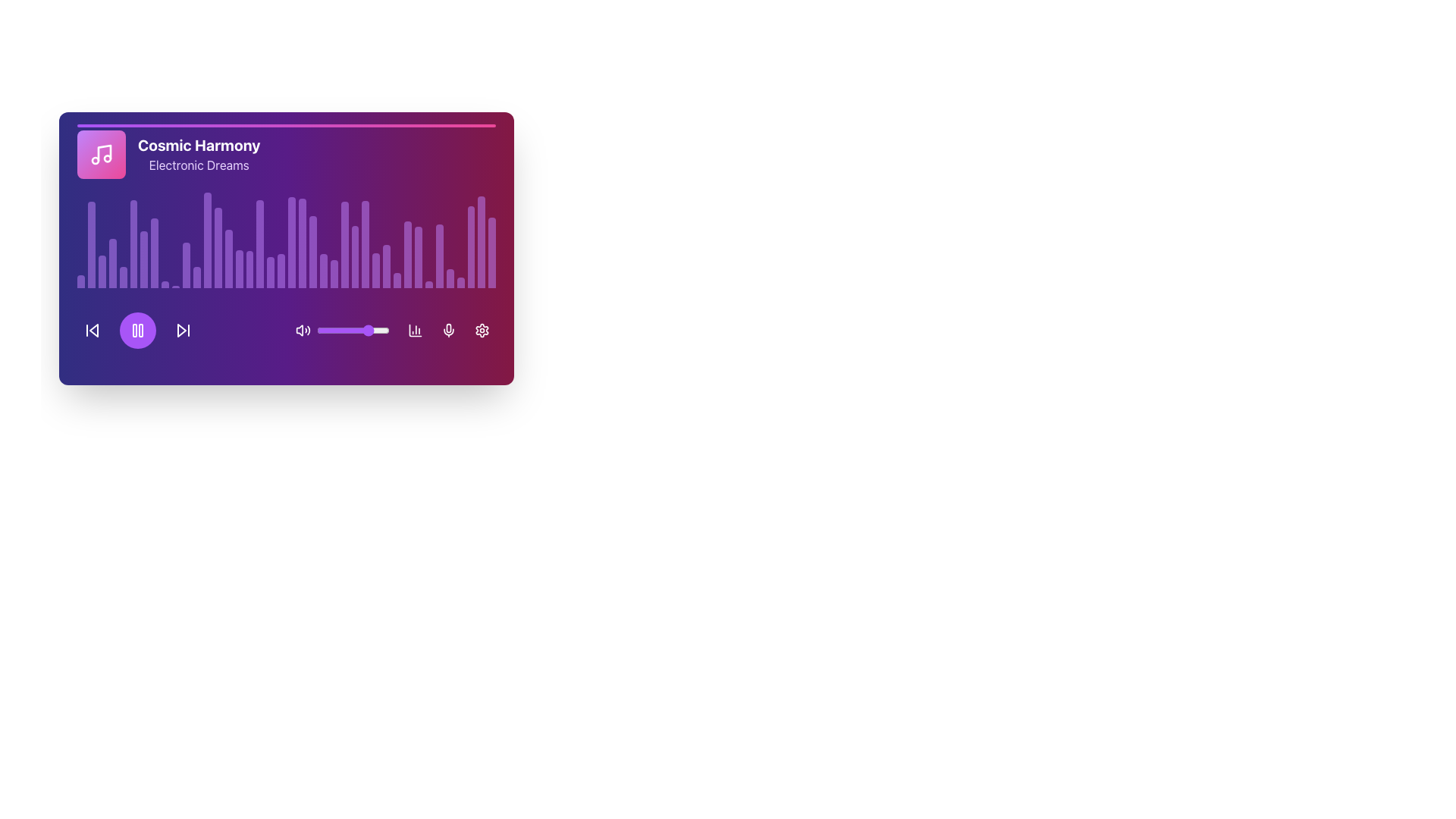 This screenshot has width=1456, height=819. I want to click on the Back Skip icon, which is a triangular shape located in the bottom left section of the music player interface, so click(93, 329).